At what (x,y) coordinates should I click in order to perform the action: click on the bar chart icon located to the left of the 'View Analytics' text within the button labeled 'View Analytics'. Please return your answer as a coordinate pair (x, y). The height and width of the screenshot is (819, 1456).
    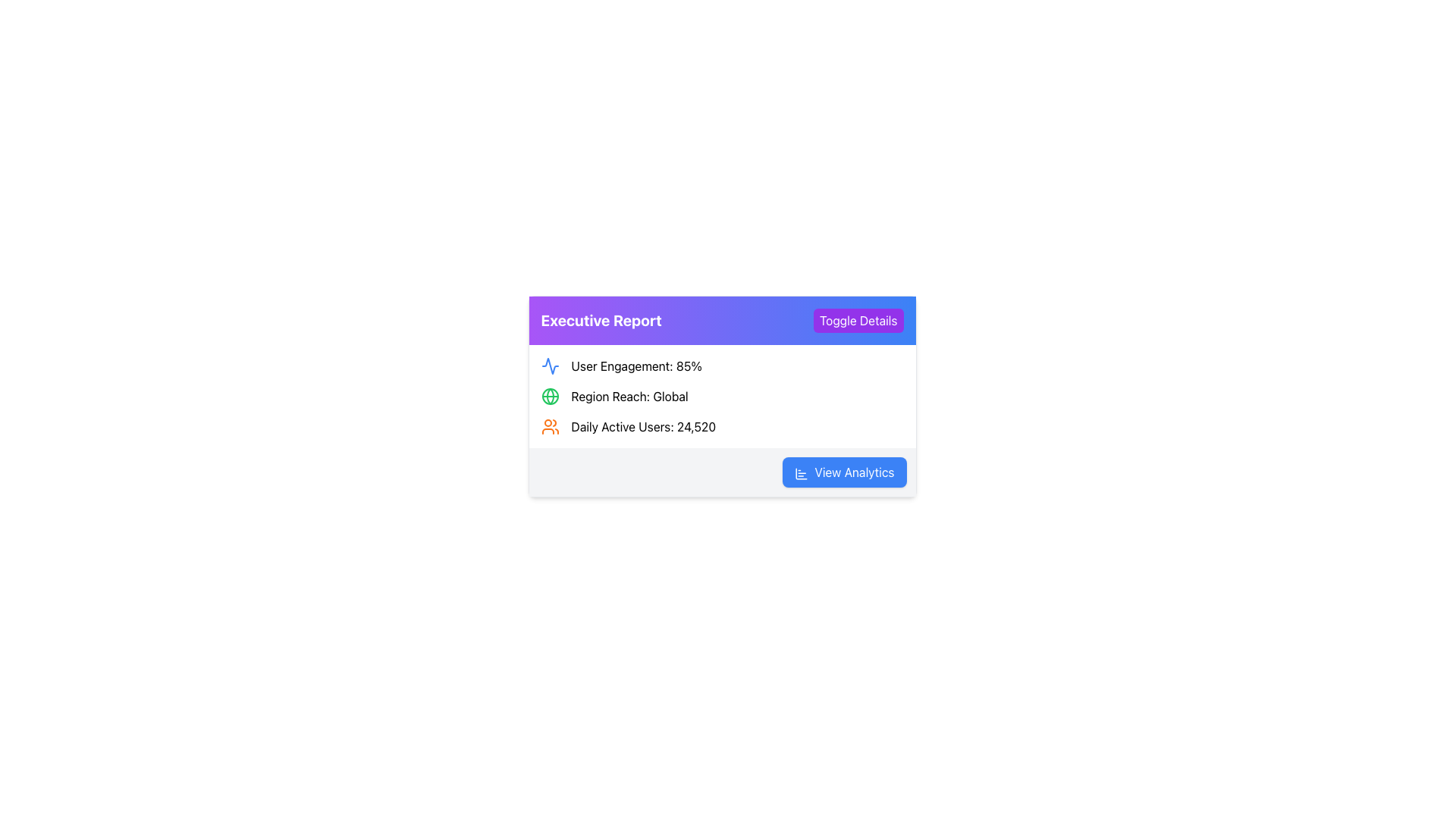
    Looking at the image, I should click on (801, 472).